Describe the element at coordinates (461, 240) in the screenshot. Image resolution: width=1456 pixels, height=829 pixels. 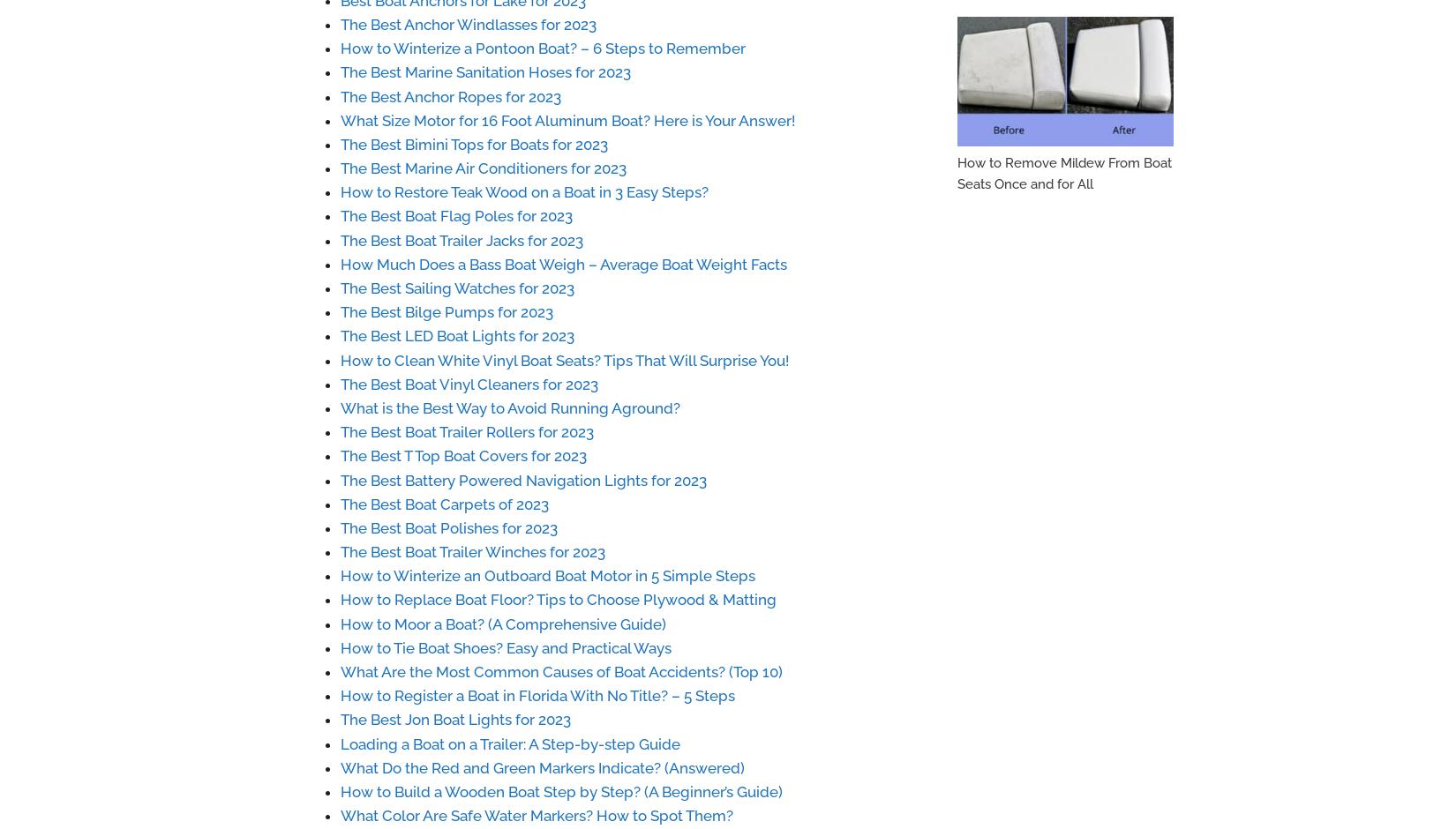
I see `'The Best Boat Trailer Jacks for 2023'` at that location.